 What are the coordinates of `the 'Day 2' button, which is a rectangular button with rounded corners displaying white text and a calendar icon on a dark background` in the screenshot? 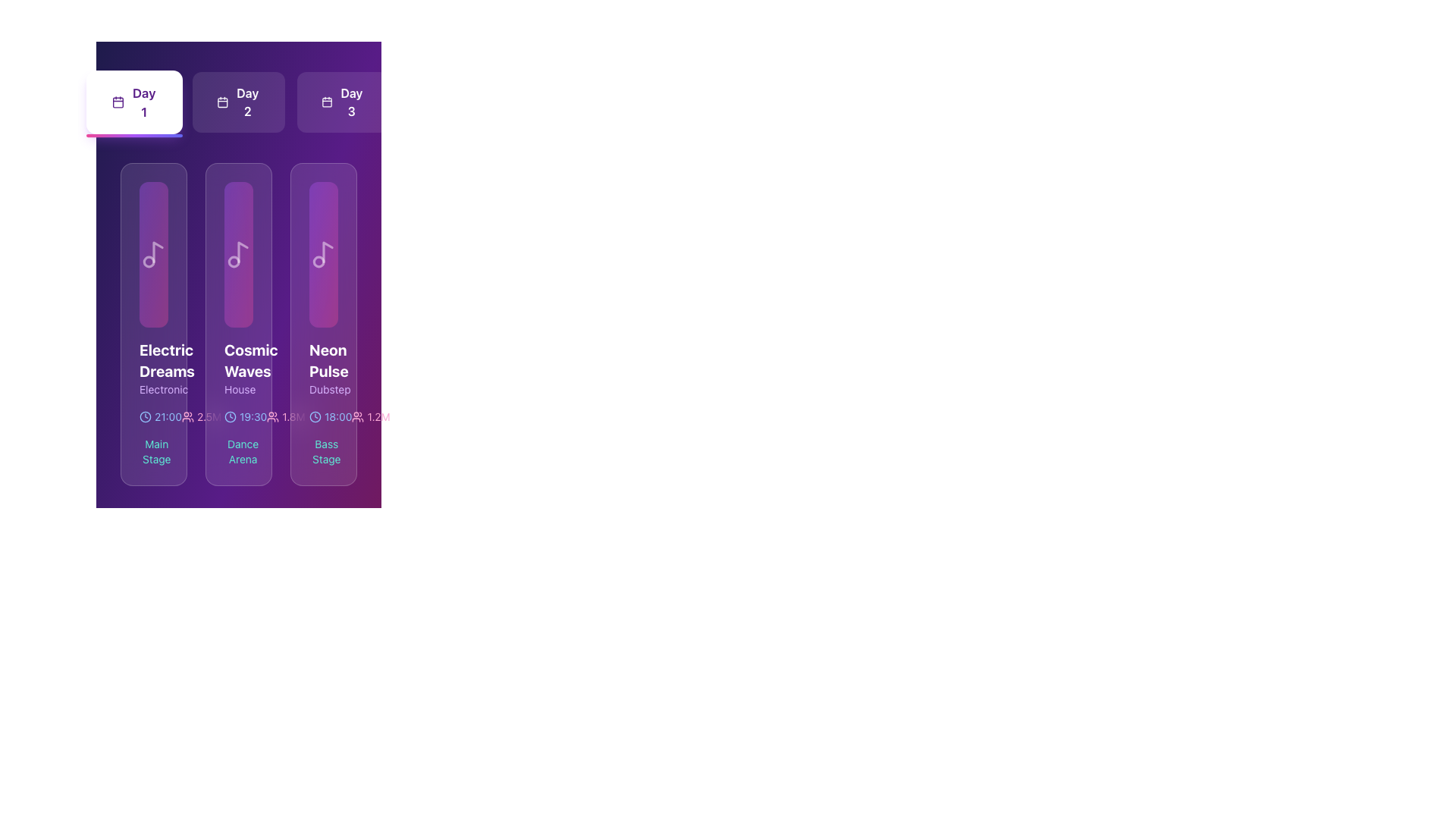 It's located at (238, 102).